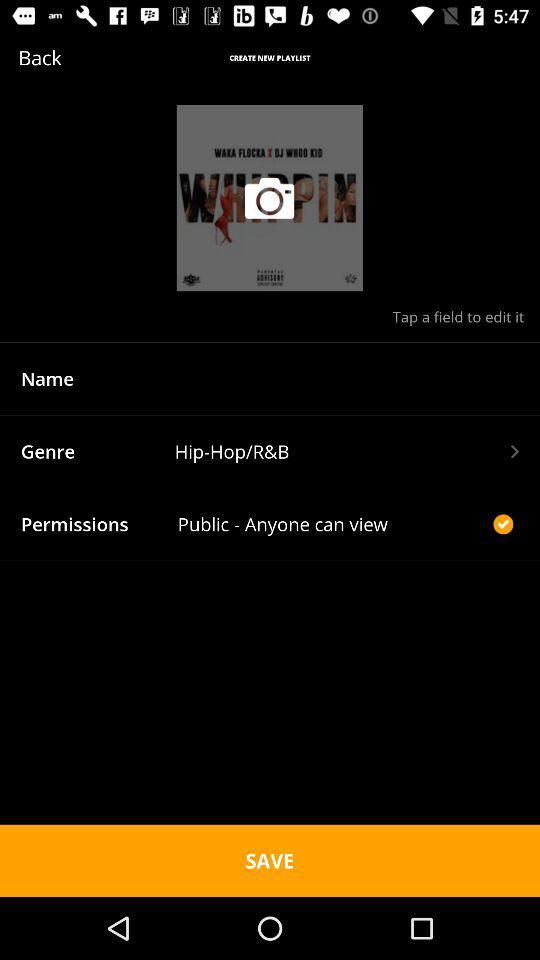 The image size is (540, 960). I want to click on the text field hiphoprb  which is beside genre, so click(346, 451).